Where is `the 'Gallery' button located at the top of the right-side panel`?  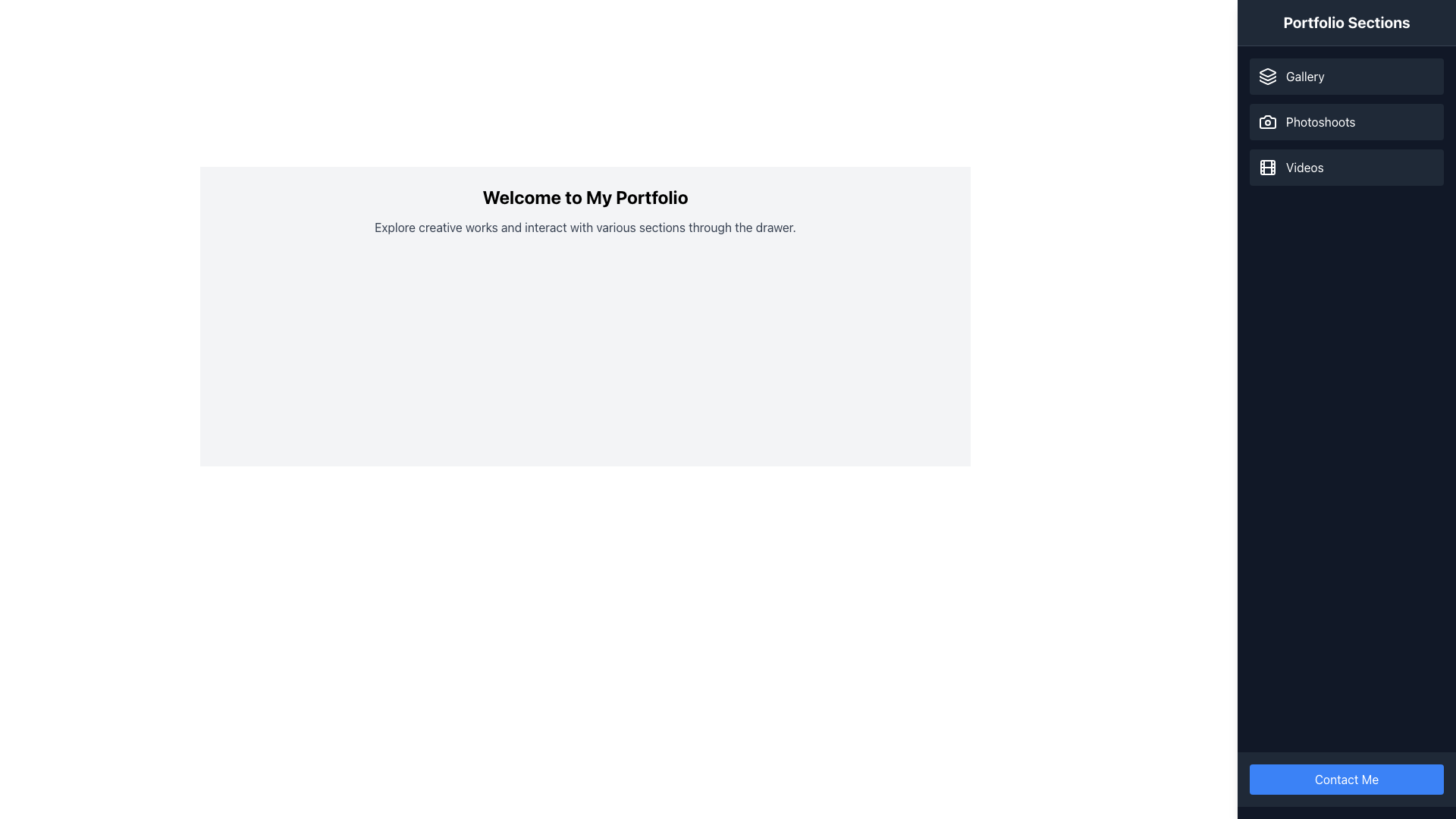 the 'Gallery' button located at the top of the right-side panel is located at coordinates (1347, 76).